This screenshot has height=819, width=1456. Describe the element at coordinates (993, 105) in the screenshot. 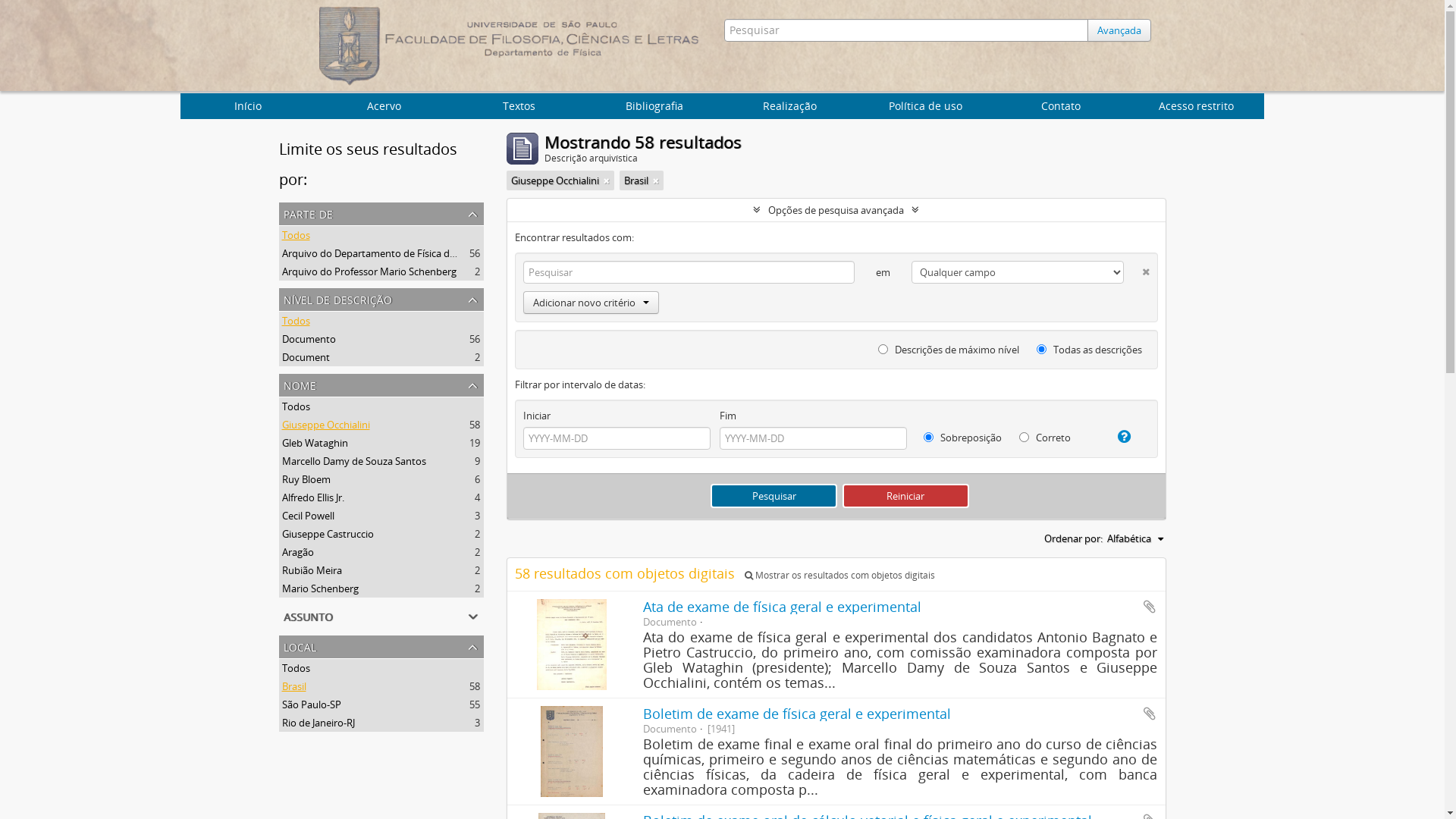

I see `'Contato'` at that location.